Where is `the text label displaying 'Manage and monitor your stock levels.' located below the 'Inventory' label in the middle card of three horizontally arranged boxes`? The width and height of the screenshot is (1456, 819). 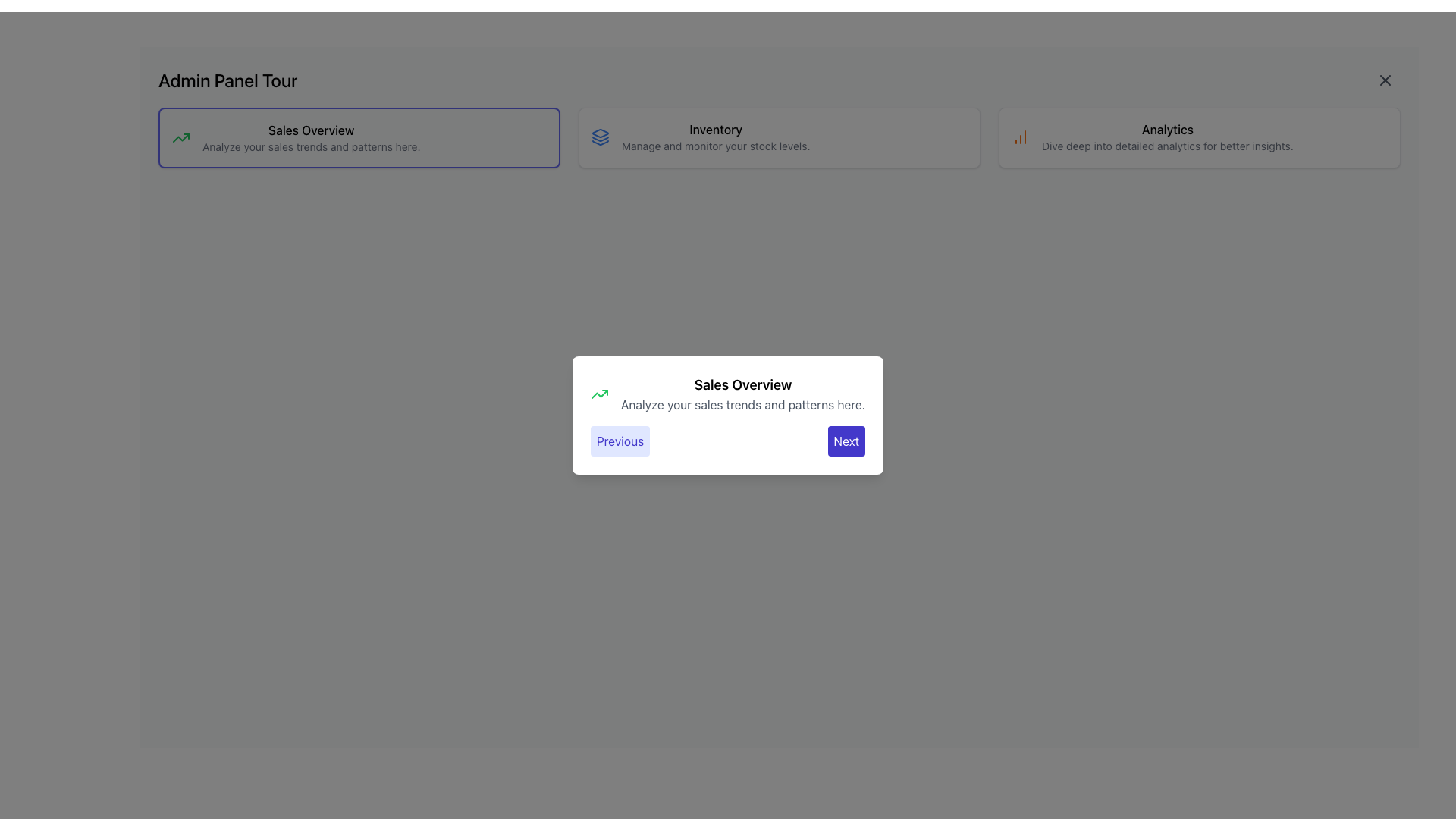
the text label displaying 'Manage and monitor your stock levels.' located below the 'Inventory' label in the middle card of three horizontally arranged boxes is located at coordinates (715, 146).